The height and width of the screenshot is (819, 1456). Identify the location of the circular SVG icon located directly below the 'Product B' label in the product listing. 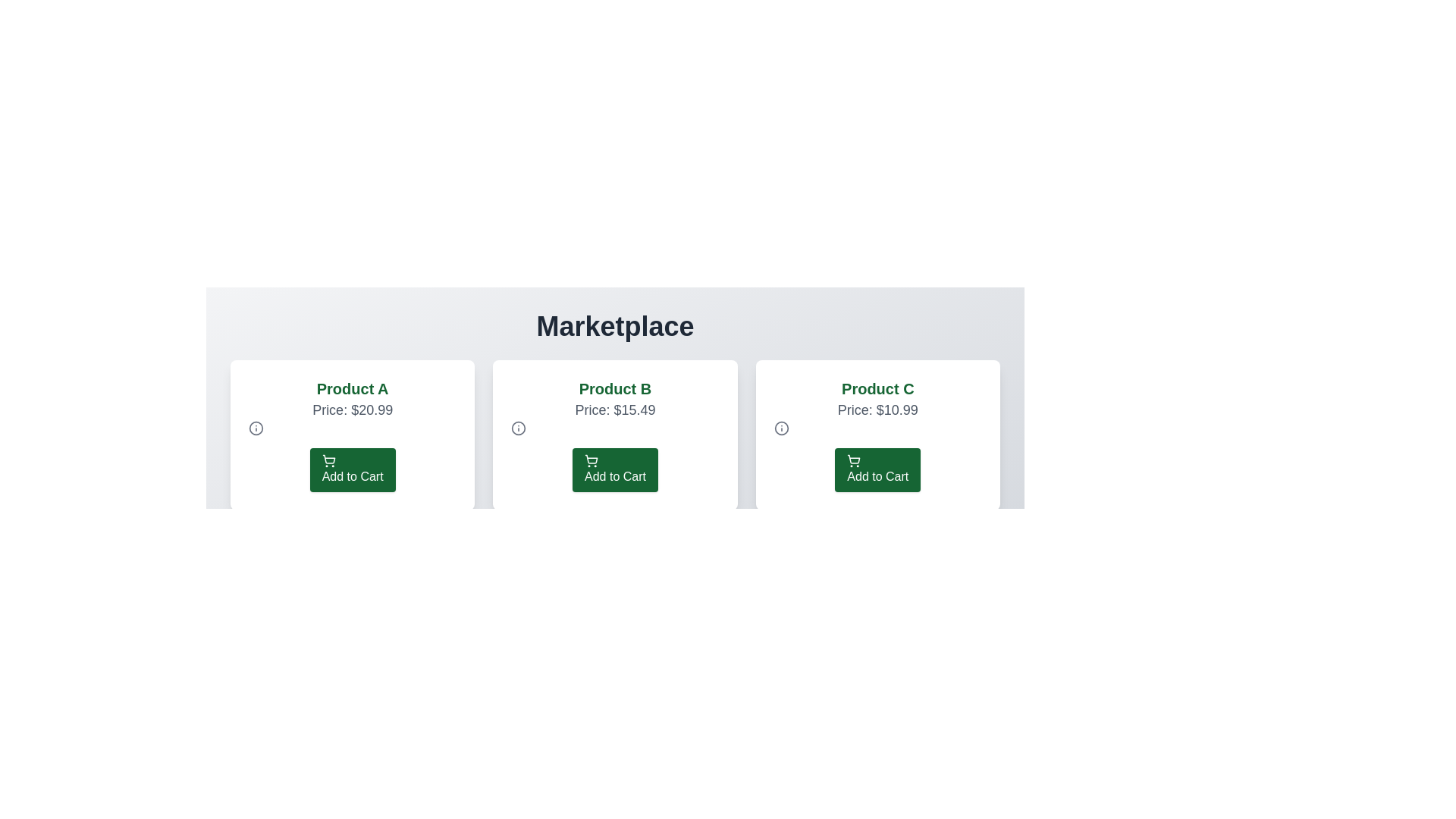
(256, 428).